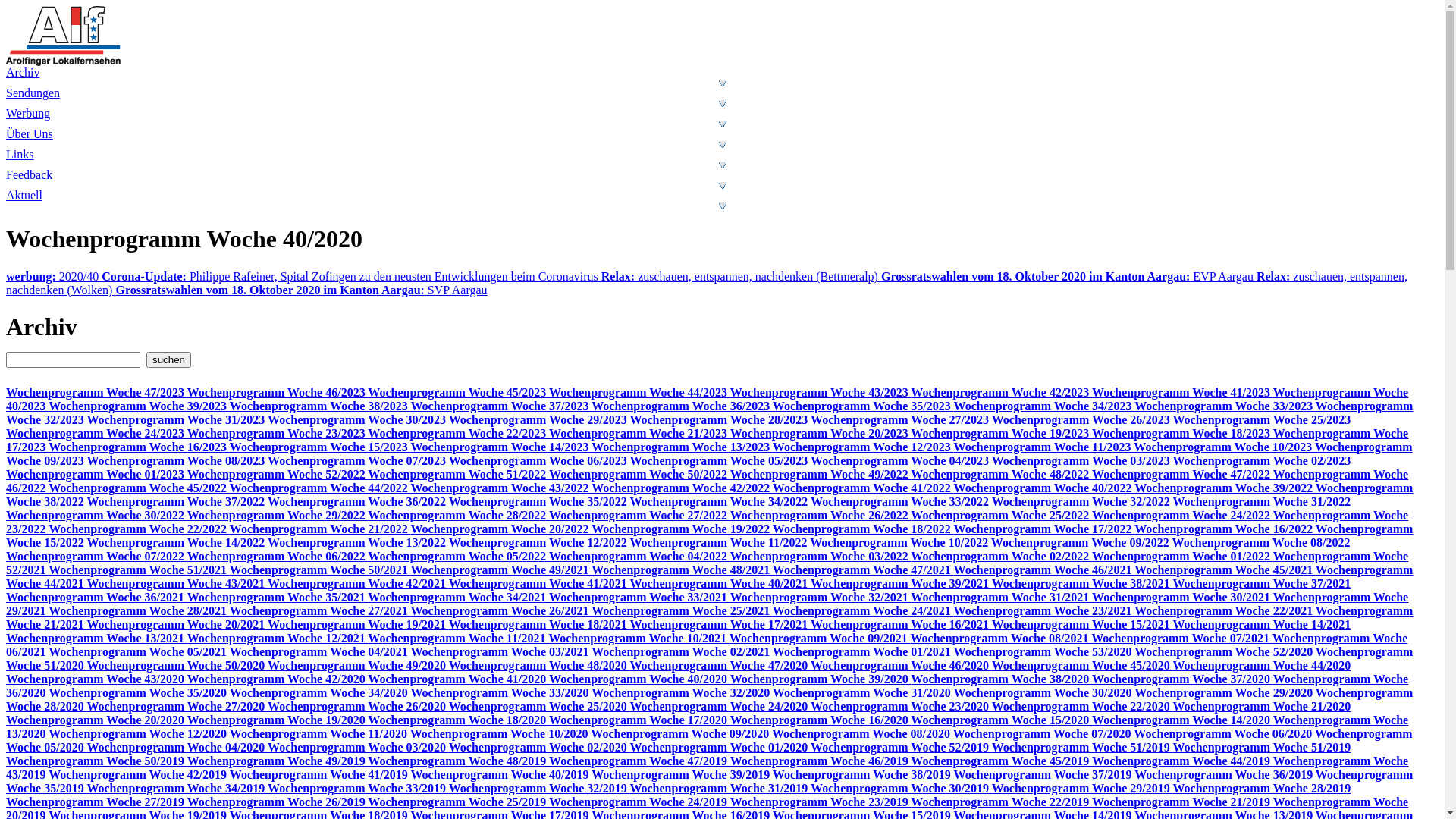 The width and height of the screenshot is (1456, 819). Describe the element at coordinates (501, 405) in the screenshot. I see `'Wochenprogramm Woche 37/2023'` at that location.